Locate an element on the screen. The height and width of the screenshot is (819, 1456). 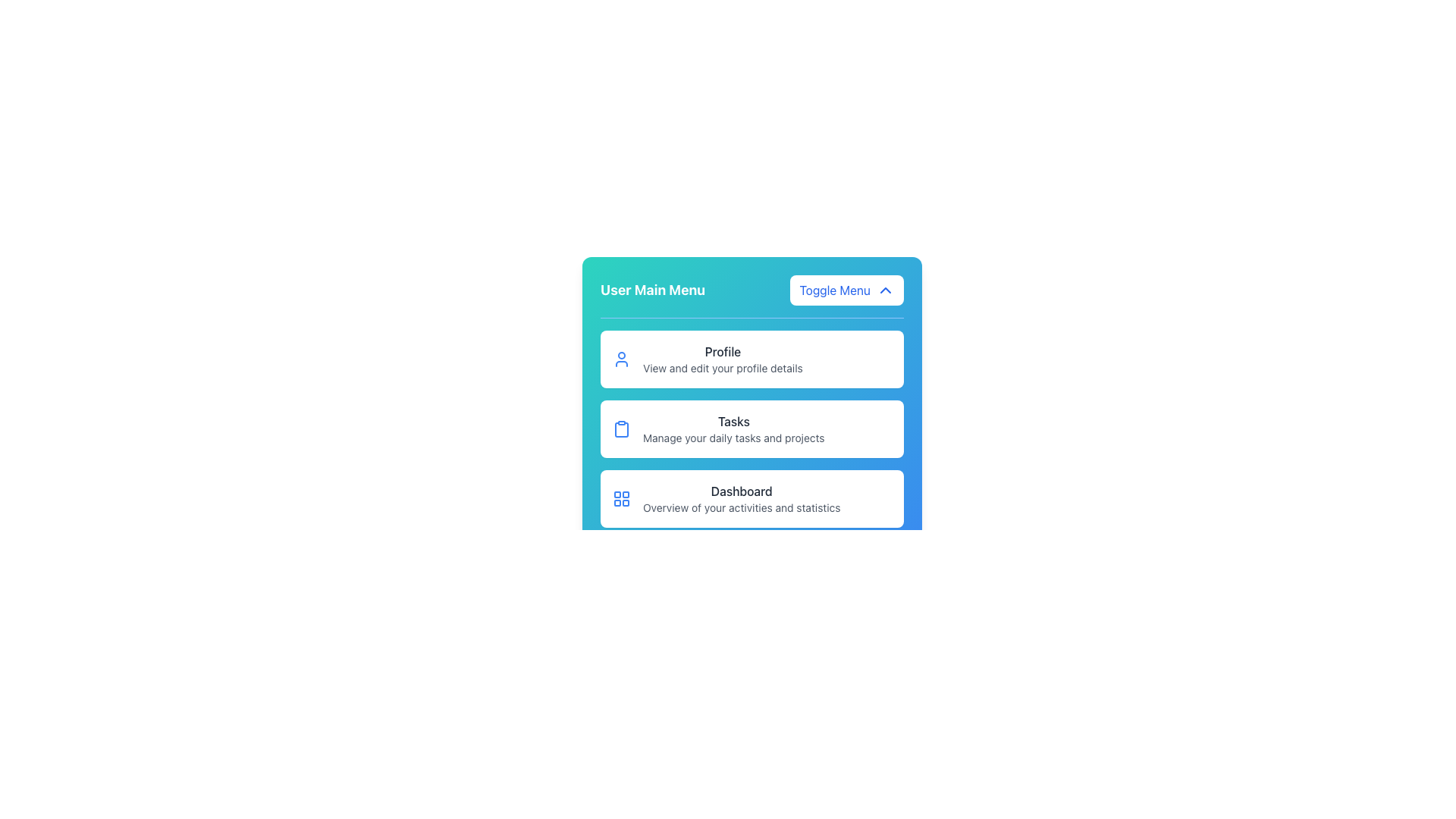
the bottom-most menu item labeled 'Dashboard' in the vertically arranged list is located at coordinates (742, 499).